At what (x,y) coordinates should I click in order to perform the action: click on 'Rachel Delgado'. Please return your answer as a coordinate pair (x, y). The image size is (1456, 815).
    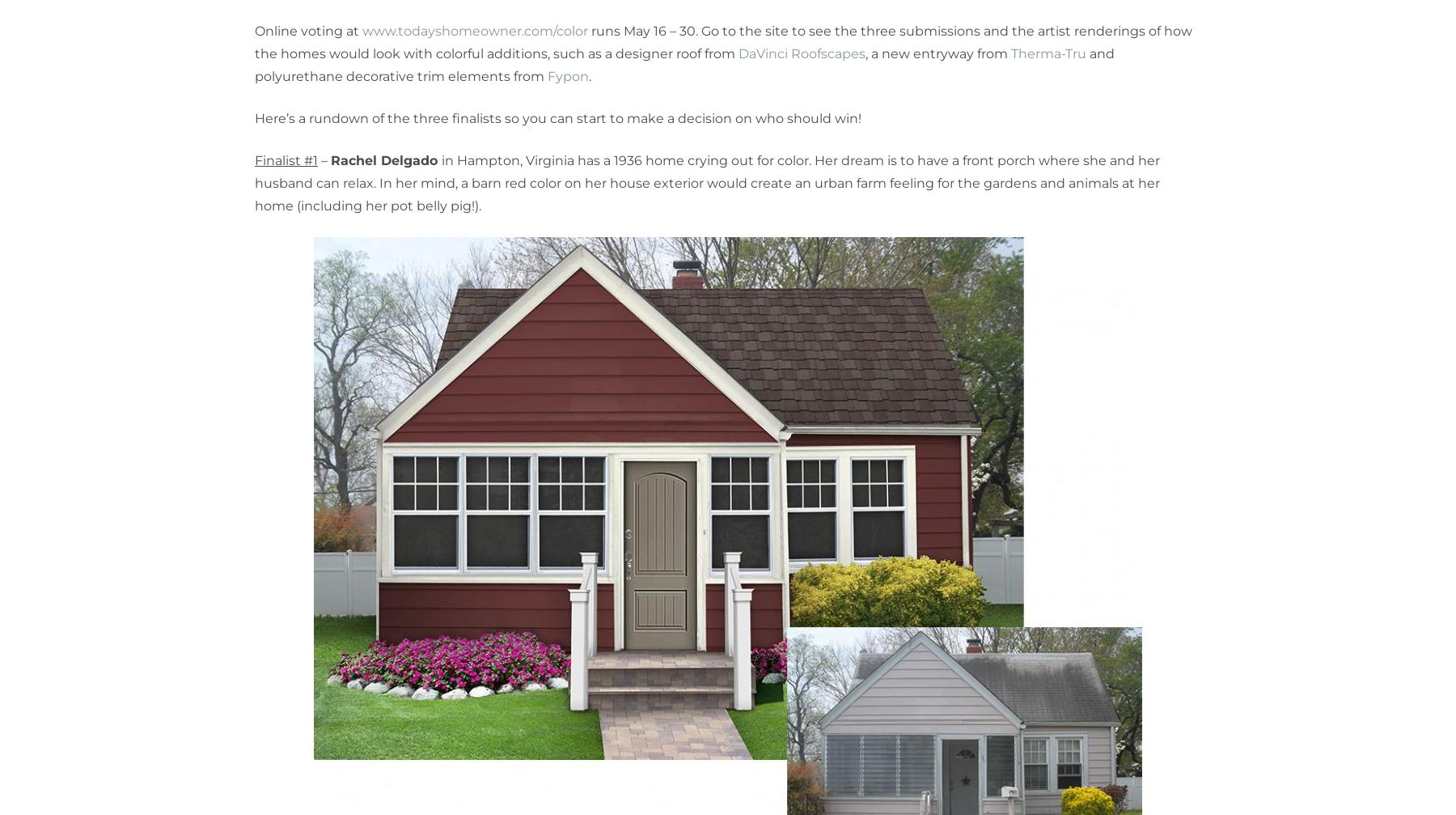
    Looking at the image, I should click on (385, 160).